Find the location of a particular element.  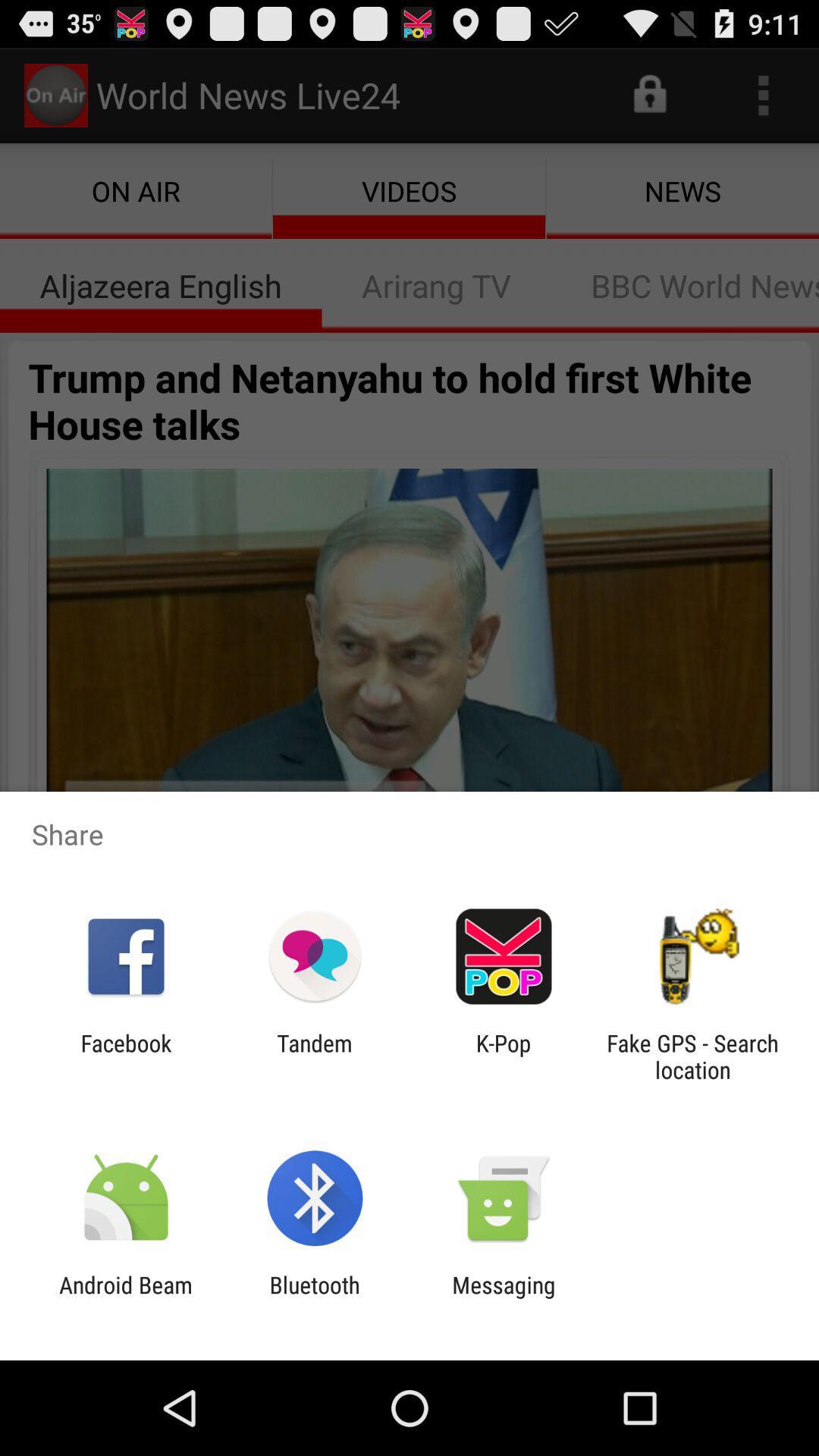

the app to the right of k-pop app is located at coordinates (692, 1056).